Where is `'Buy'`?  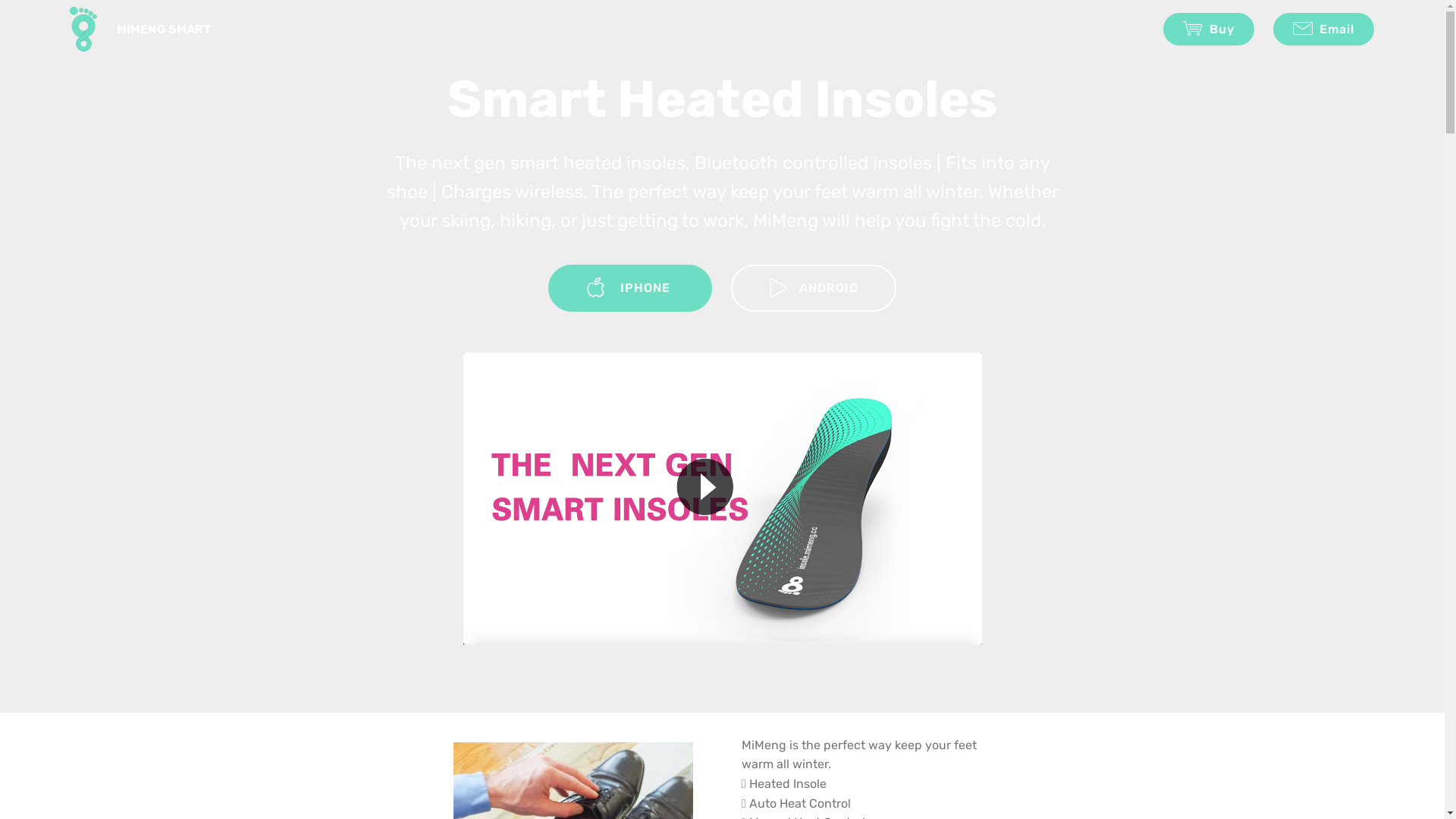 'Buy' is located at coordinates (1207, 29).